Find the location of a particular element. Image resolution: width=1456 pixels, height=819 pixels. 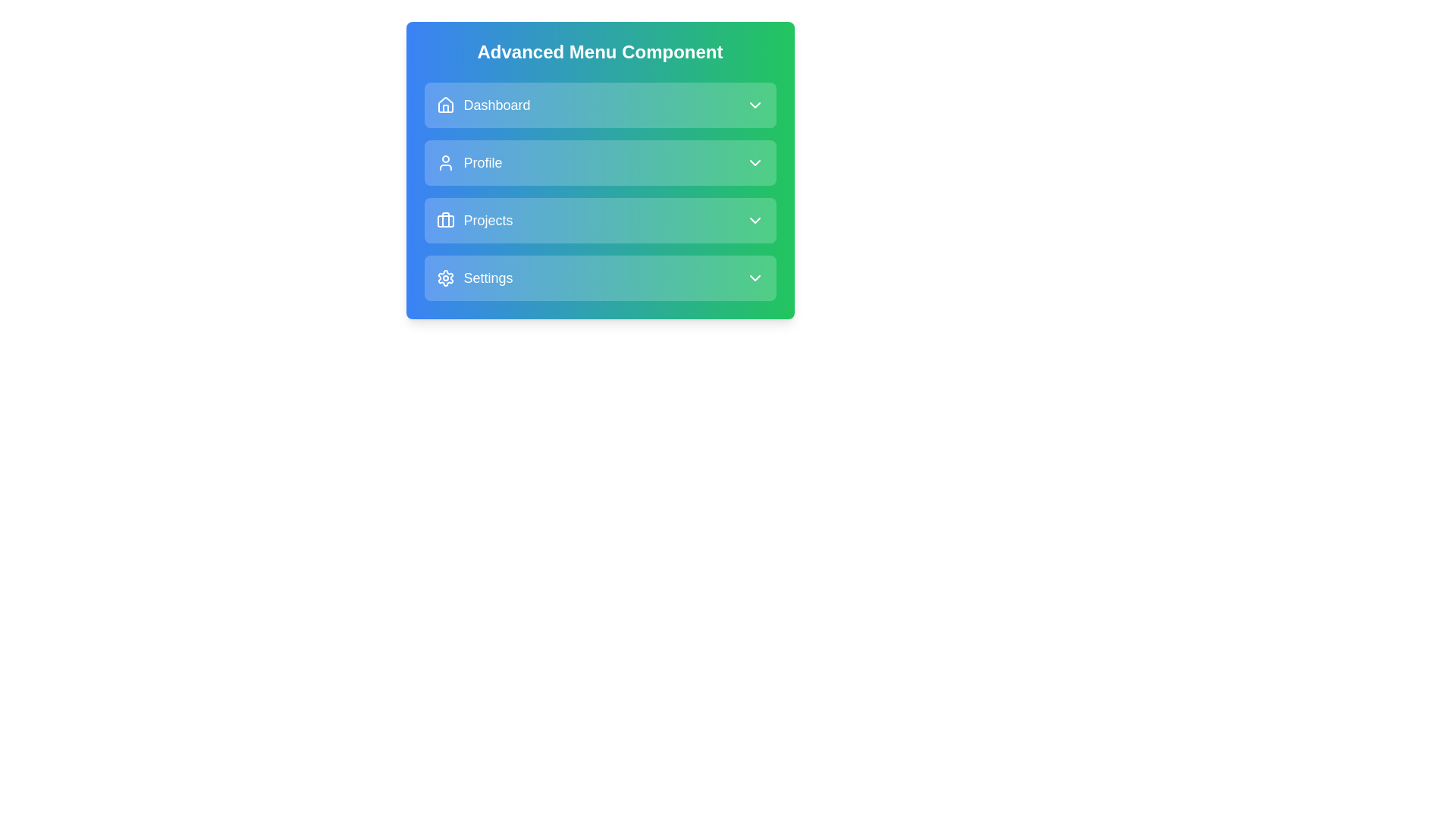

the topmost menu item in the vertical menu layout is located at coordinates (599, 104).